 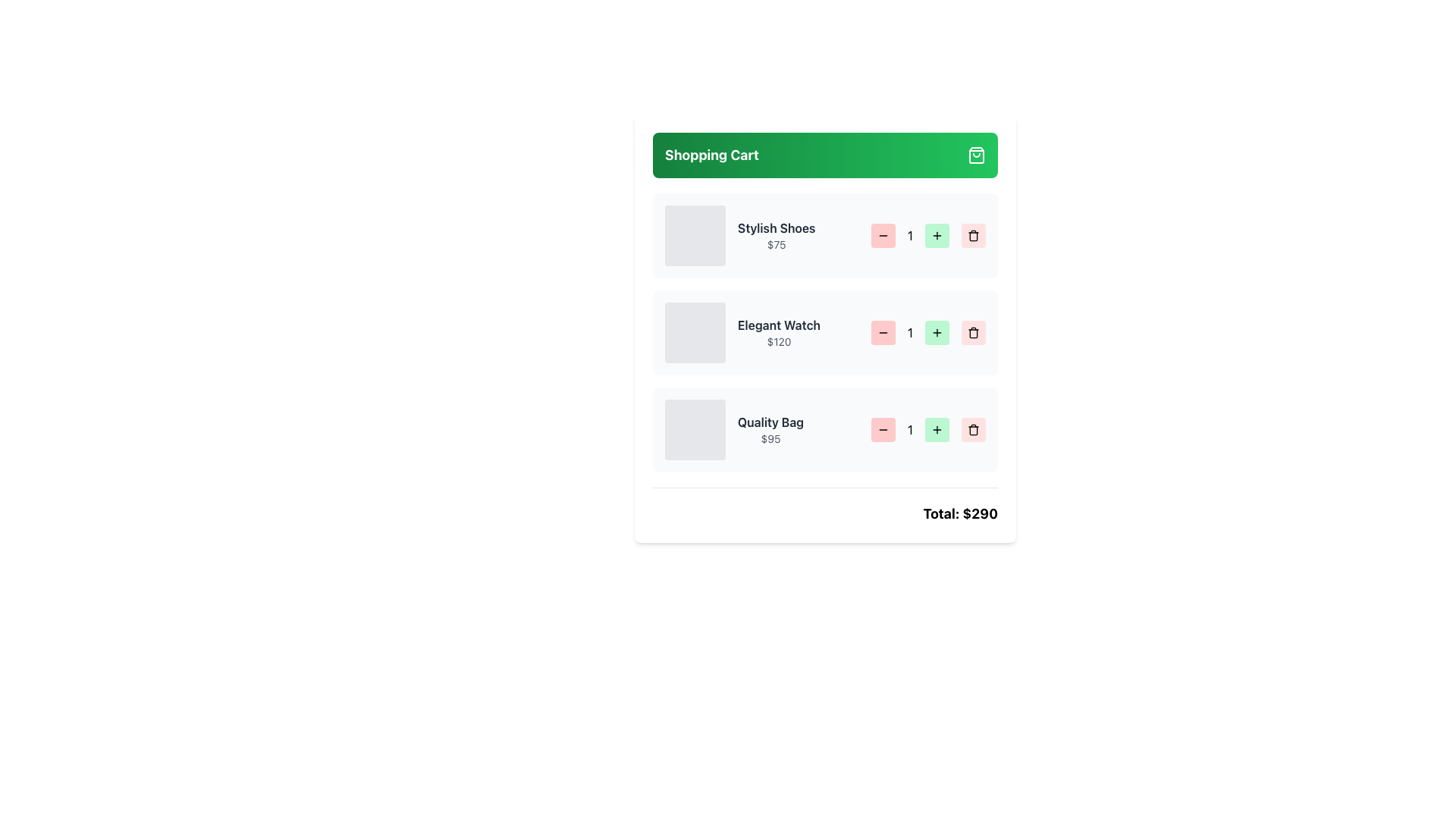 What do you see at coordinates (777, 227) in the screenshot?
I see `the text label displaying 'Stylish Shoes', which is positioned above the price label '$75' in the shopping cart interface` at bounding box center [777, 227].